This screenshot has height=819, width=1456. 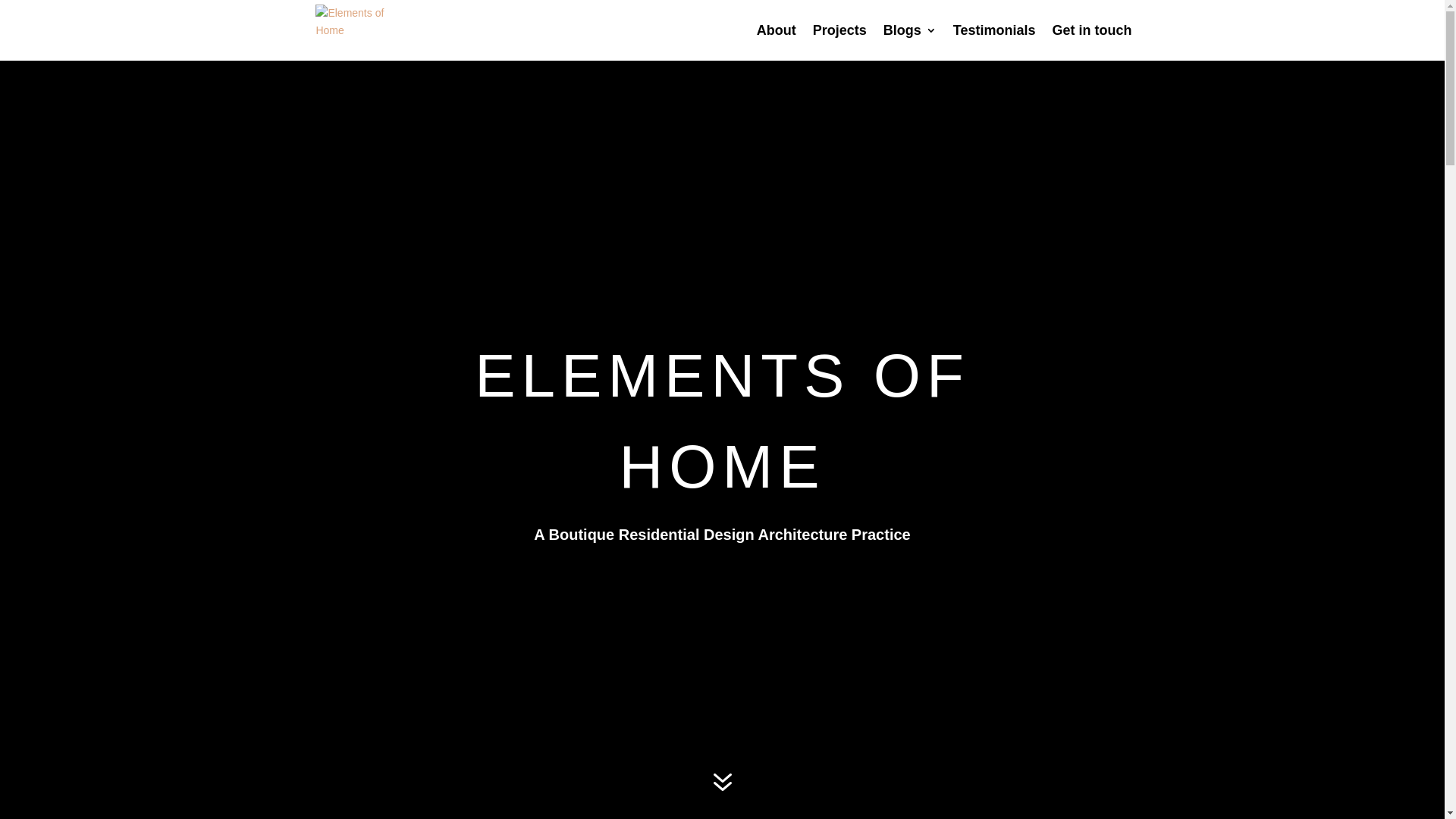 What do you see at coordinates (883, 42) in the screenshot?
I see `'Blogs'` at bounding box center [883, 42].